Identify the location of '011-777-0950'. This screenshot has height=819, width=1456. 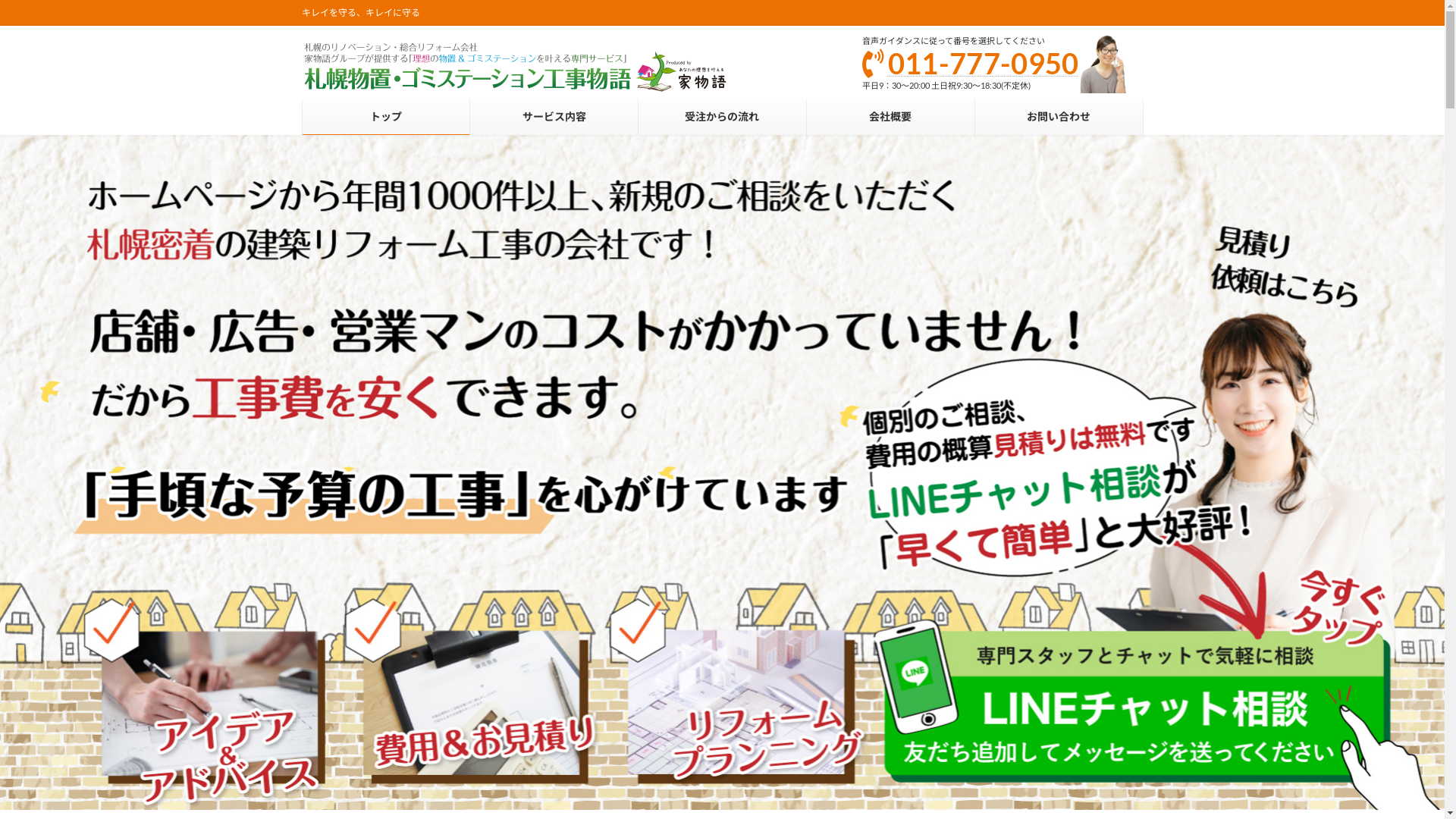
(983, 62).